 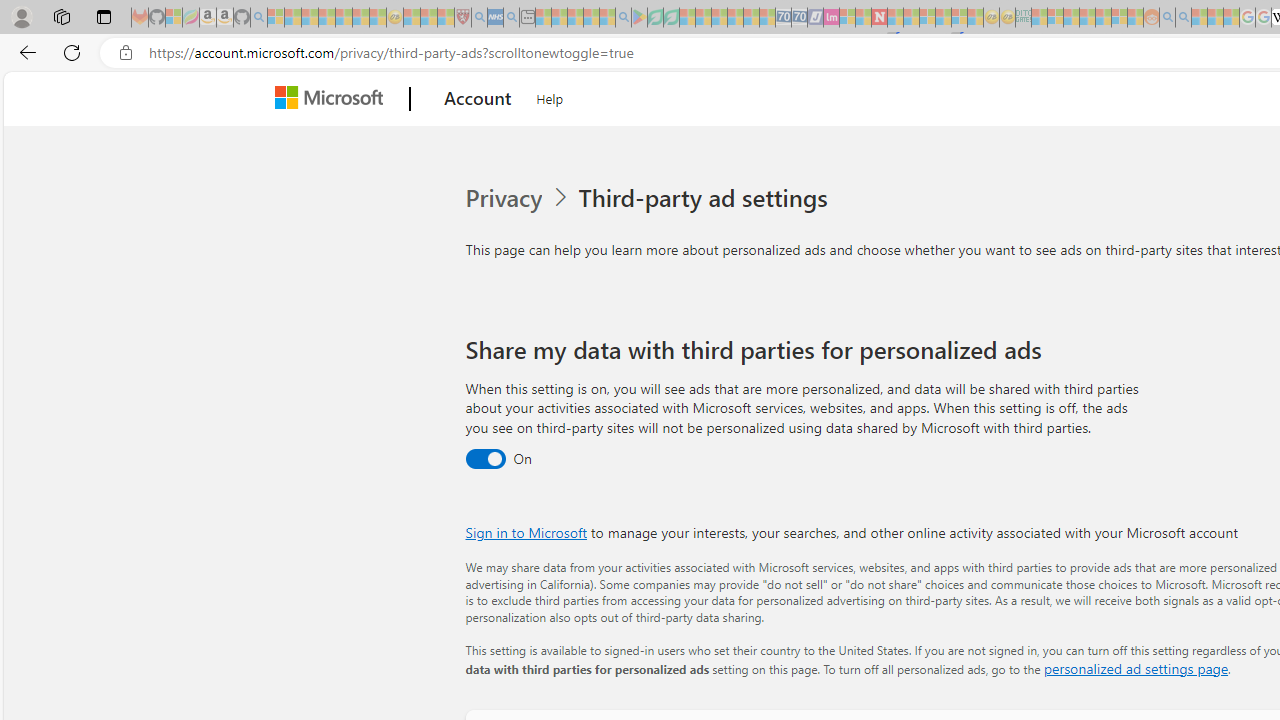 What do you see at coordinates (1136, 668) in the screenshot?
I see `'personalized ad settings page'` at bounding box center [1136, 668].